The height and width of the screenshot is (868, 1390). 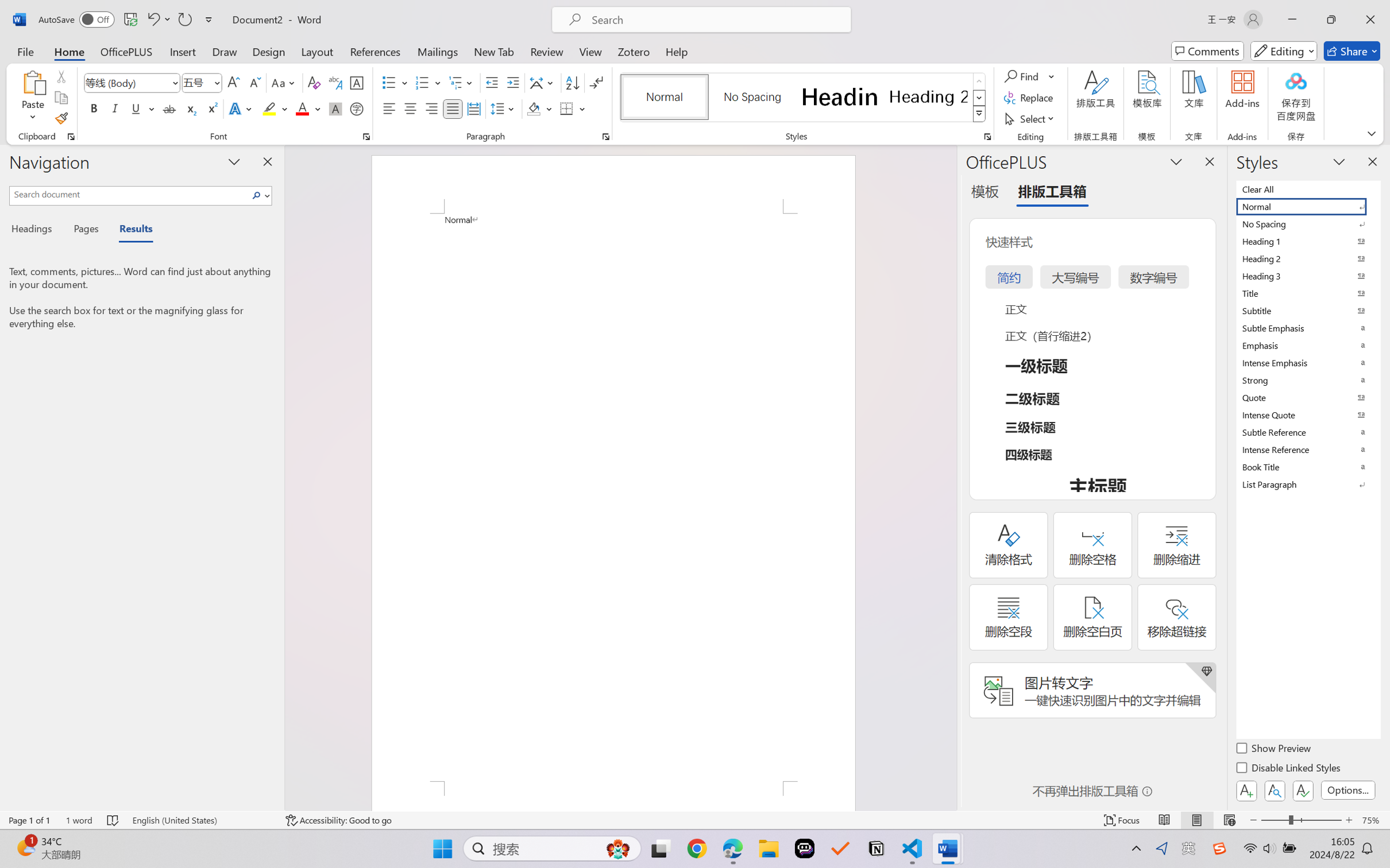 I want to click on 'Language English (United States)', so click(x=201, y=820).